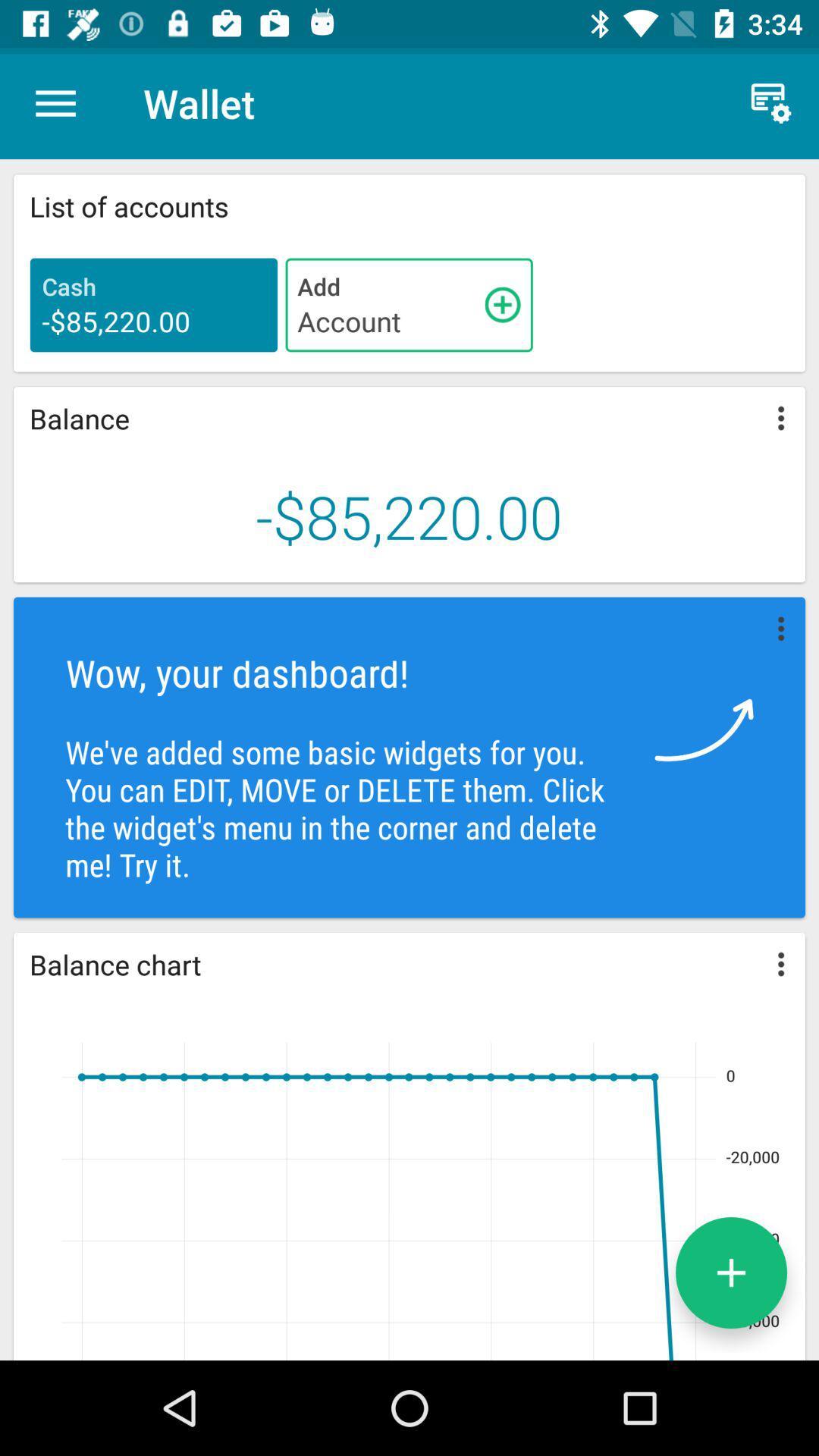  What do you see at coordinates (730, 1272) in the screenshot?
I see `the add icon` at bounding box center [730, 1272].